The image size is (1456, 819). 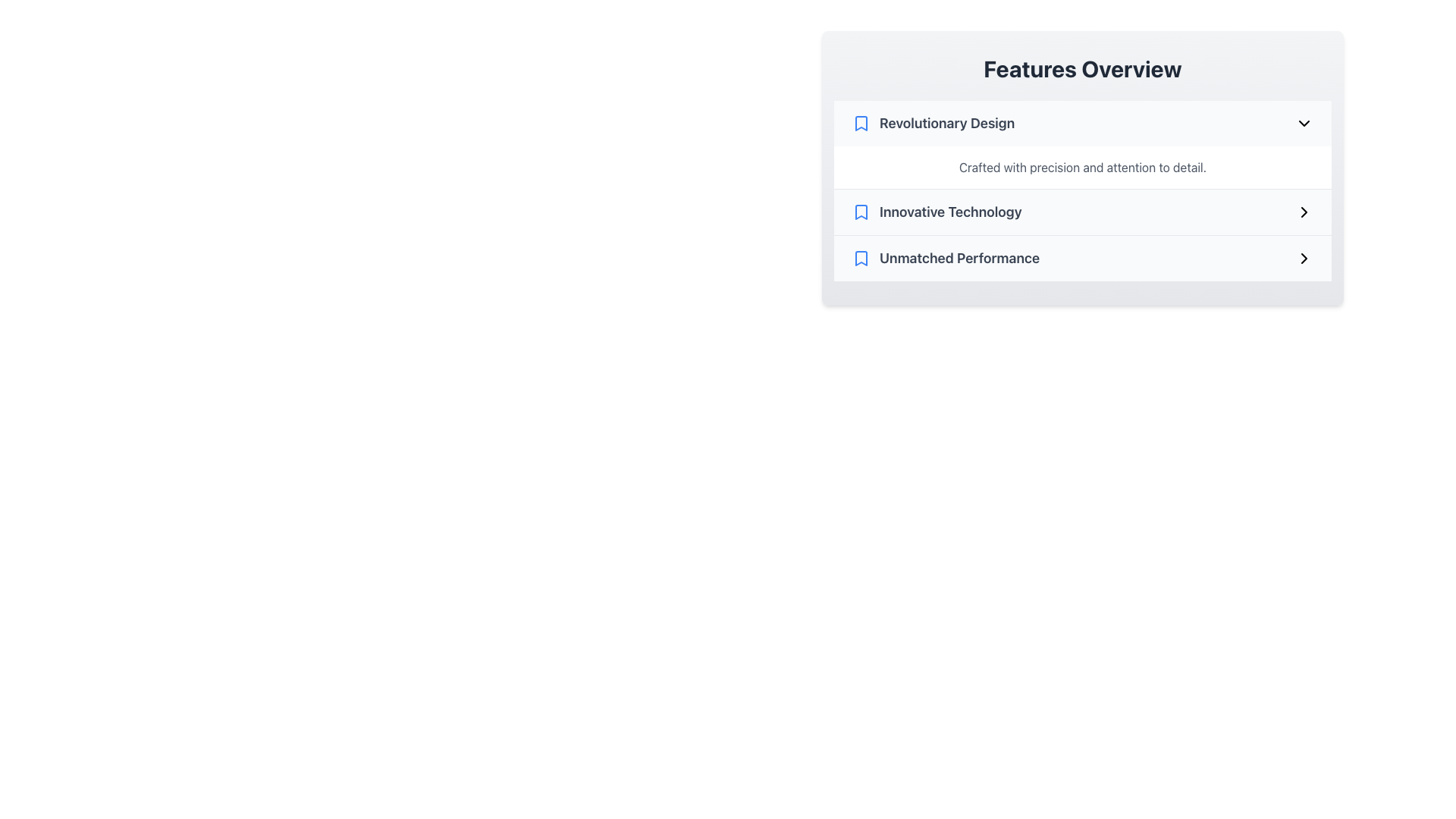 What do you see at coordinates (1082, 122) in the screenshot?
I see `the Interactive List Item Header labeled 'Revolutionary Design' for keyboard navigation` at bounding box center [1082, 122].